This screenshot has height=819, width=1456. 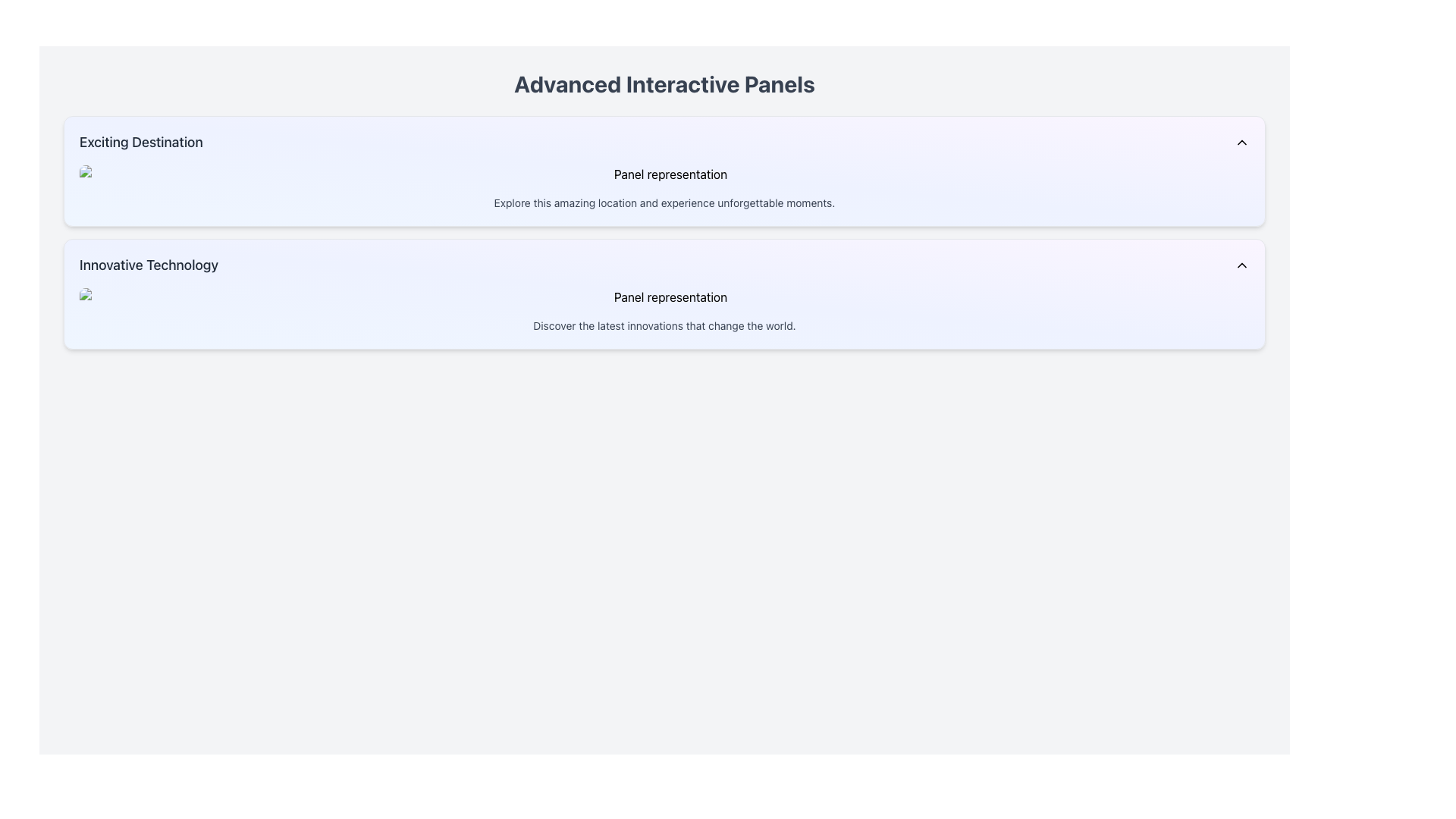 I want to click on the chevron-shaped icon pointing upwards, located at the right end of the 'Innovative Technology' section, so click(x=1241, y=265).